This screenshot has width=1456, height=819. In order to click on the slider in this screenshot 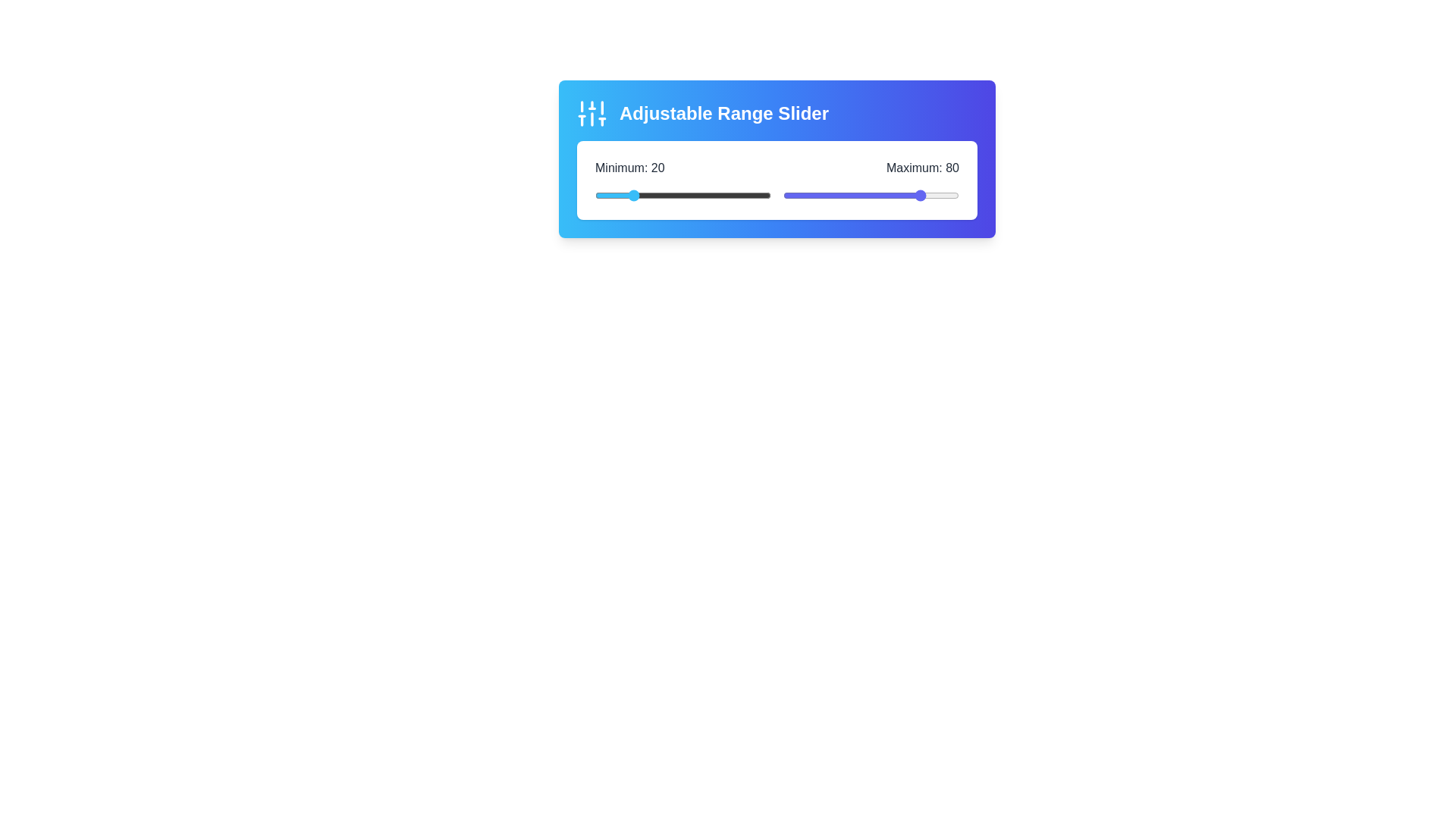, I will do `click(889, 195)`.